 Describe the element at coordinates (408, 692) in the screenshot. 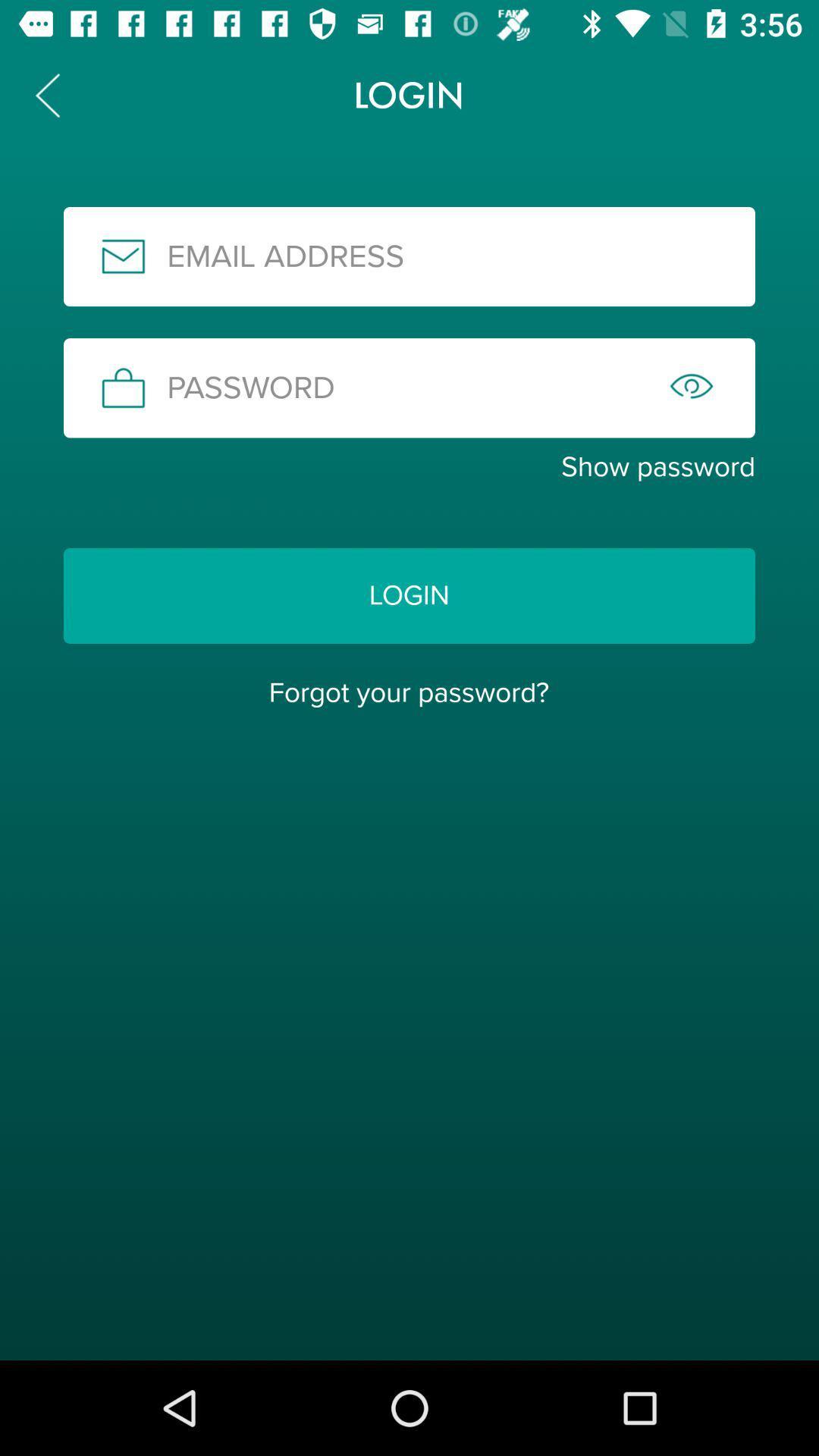

I see `item below login` at that location.